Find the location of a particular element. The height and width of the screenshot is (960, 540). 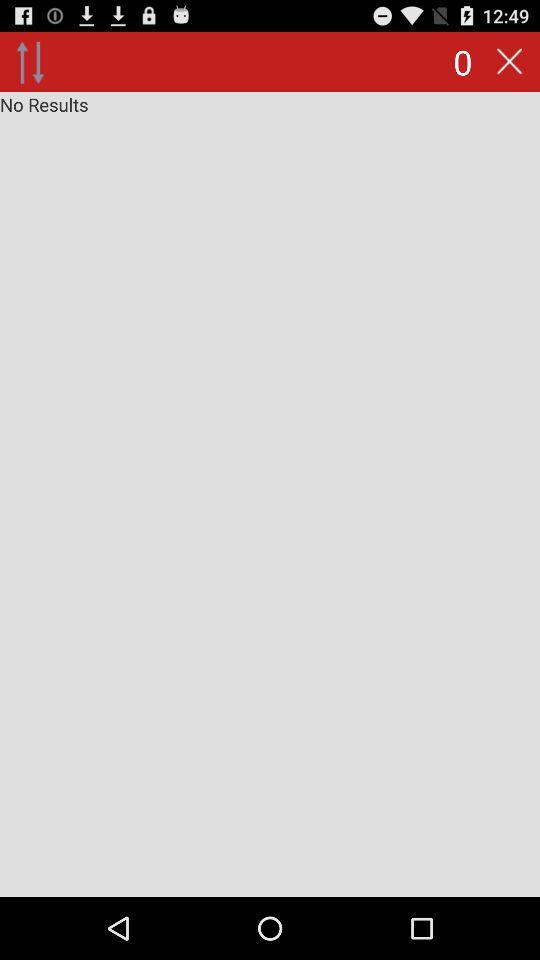

results found is located at coordinates (270, 493).